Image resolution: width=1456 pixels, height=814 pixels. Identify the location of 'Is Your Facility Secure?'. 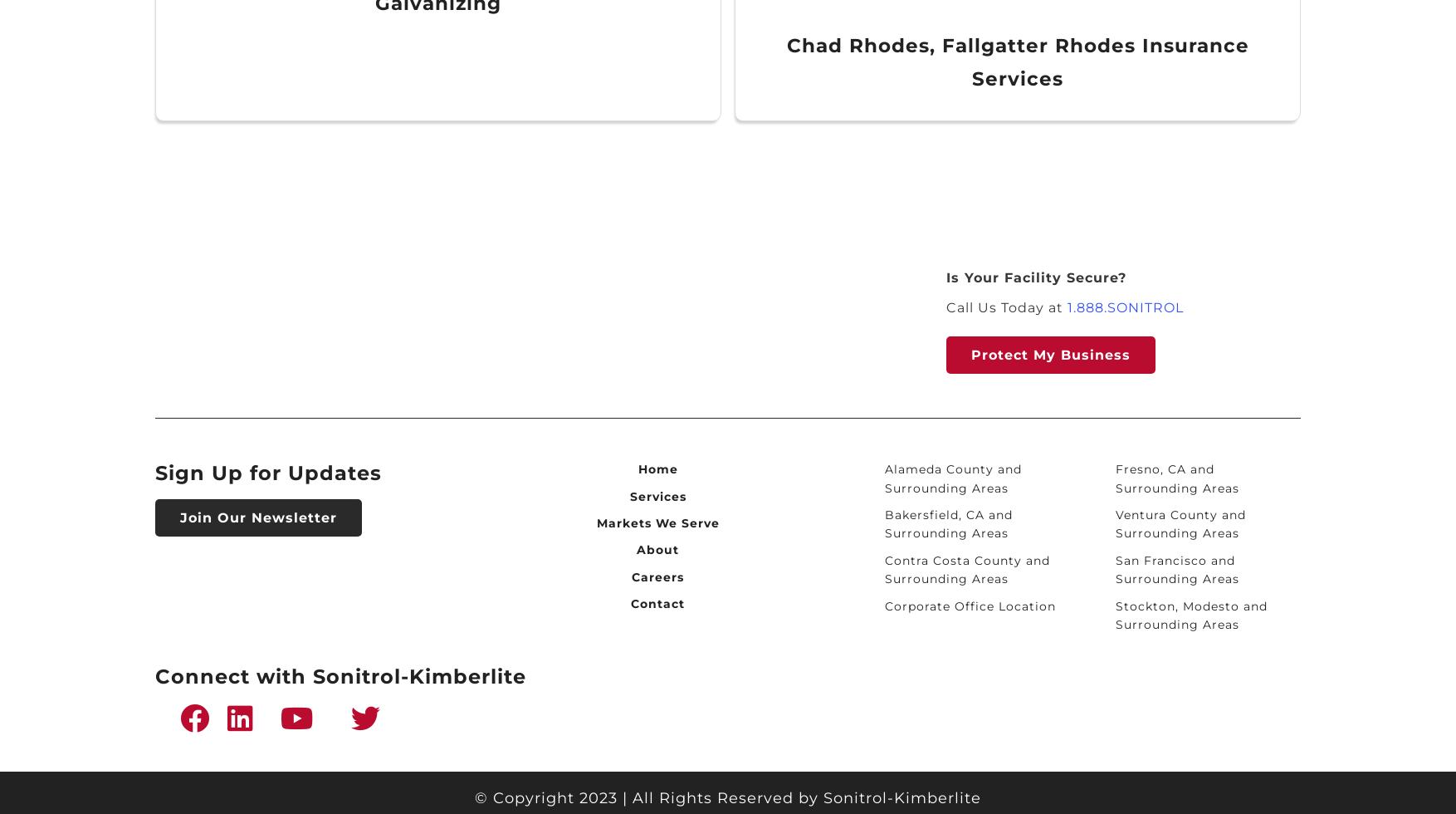
(1036, 277).